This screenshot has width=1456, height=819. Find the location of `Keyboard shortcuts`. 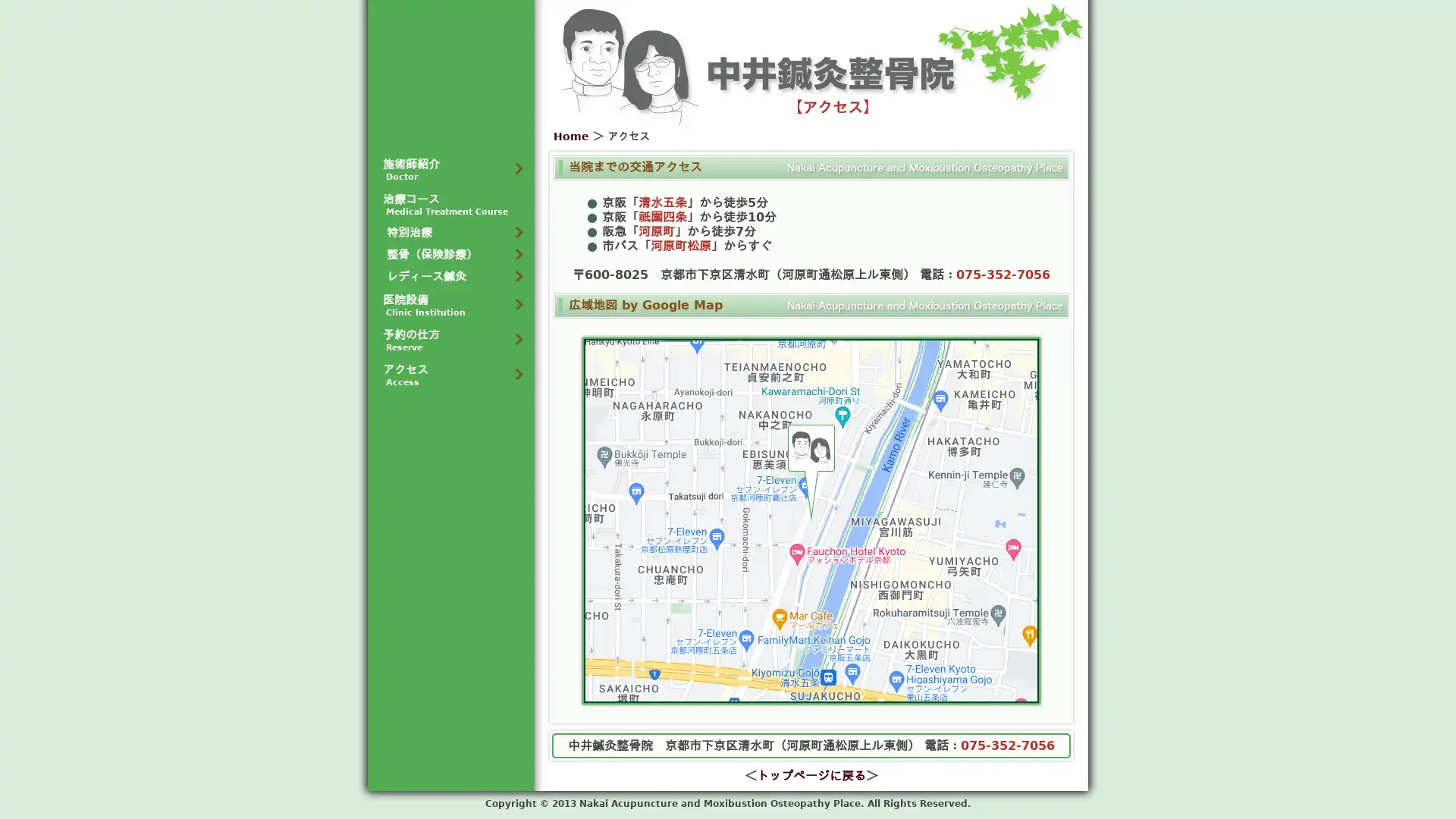

Keyboard shortcuts is located at coordinates (811, 696).